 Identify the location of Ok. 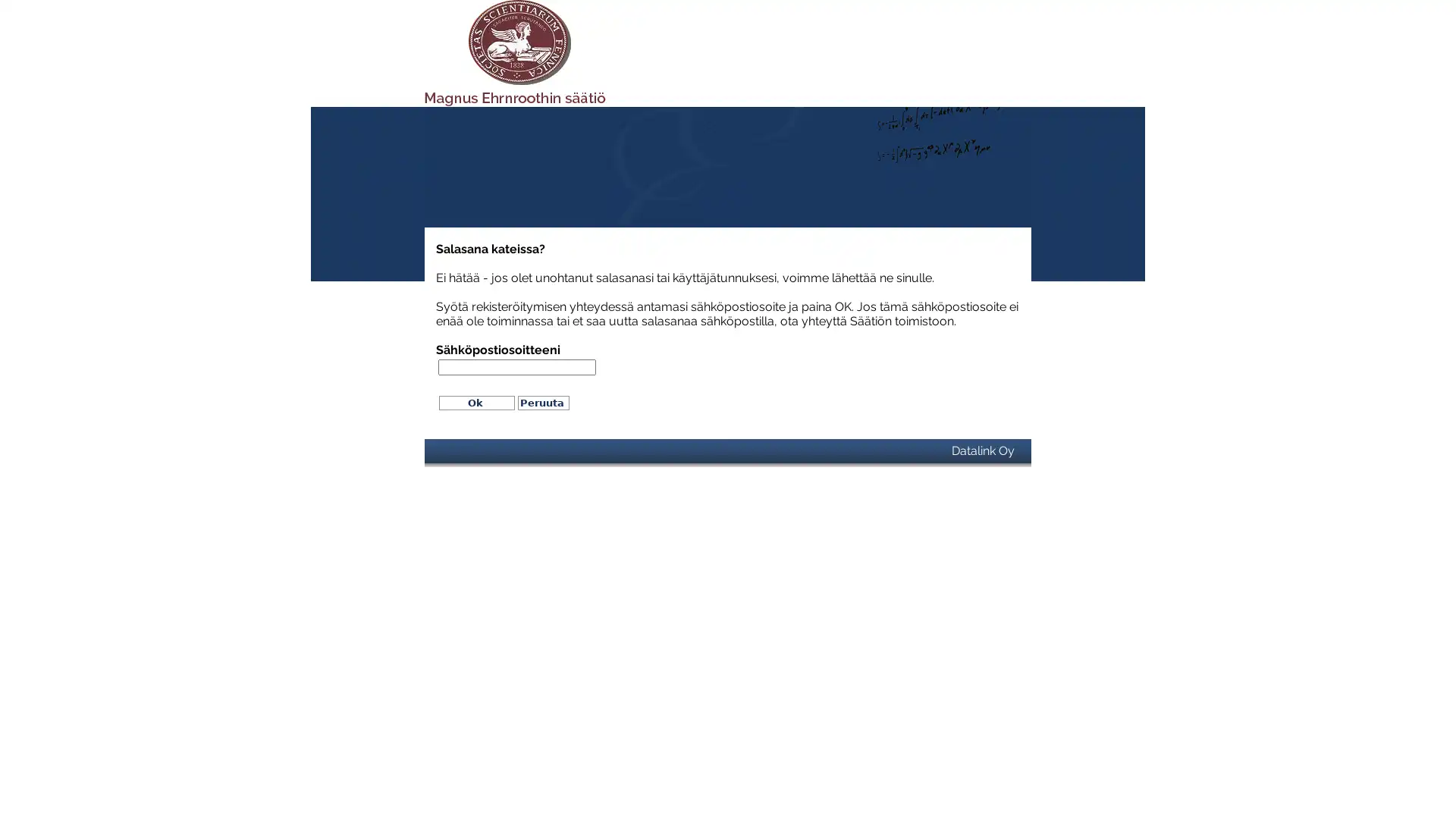
(475, 402).